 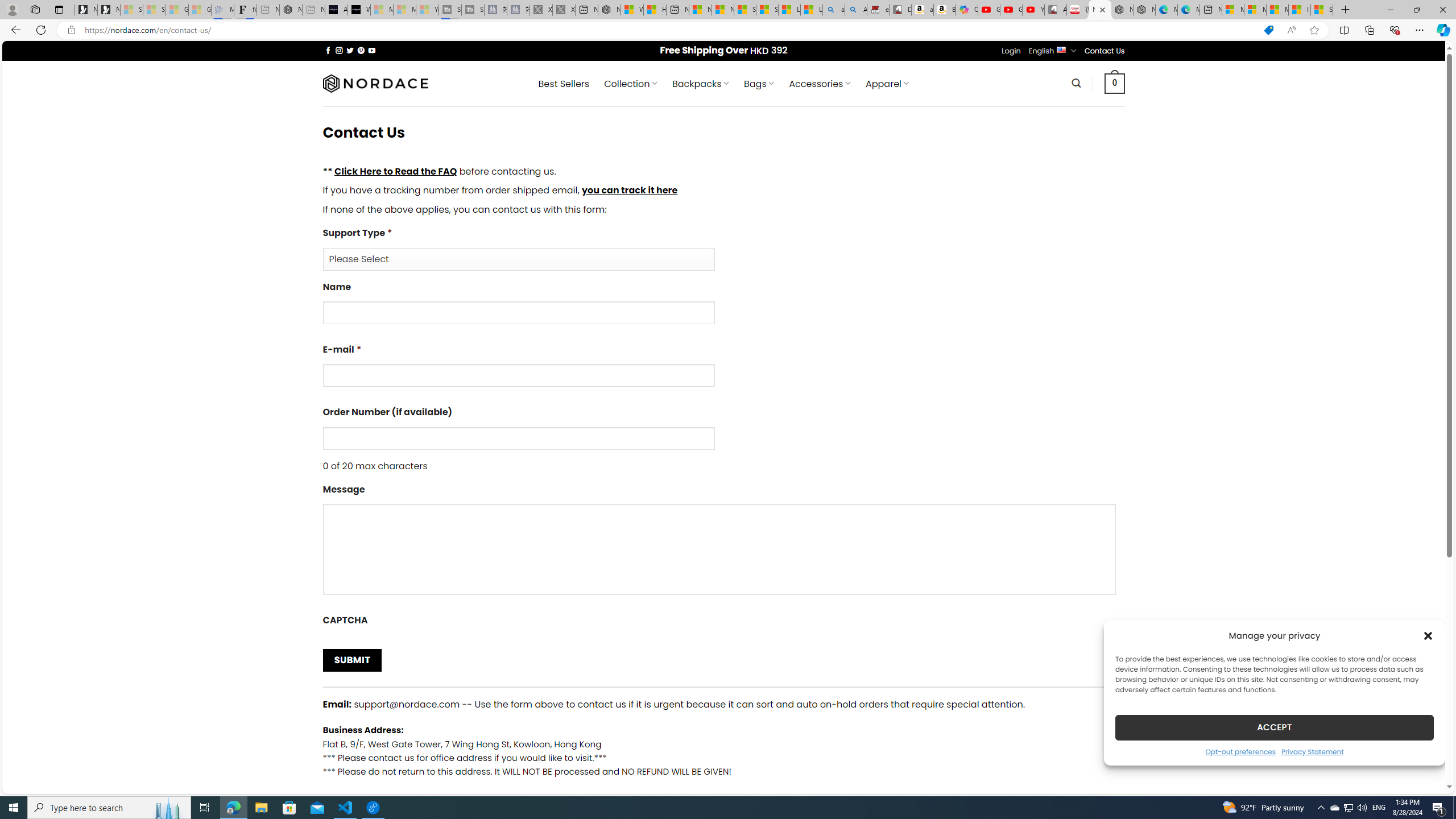 What do you see at coordinates (35, 9) in the screenshot?
I see `'Workspaces'` at bounding box center [35, 9].